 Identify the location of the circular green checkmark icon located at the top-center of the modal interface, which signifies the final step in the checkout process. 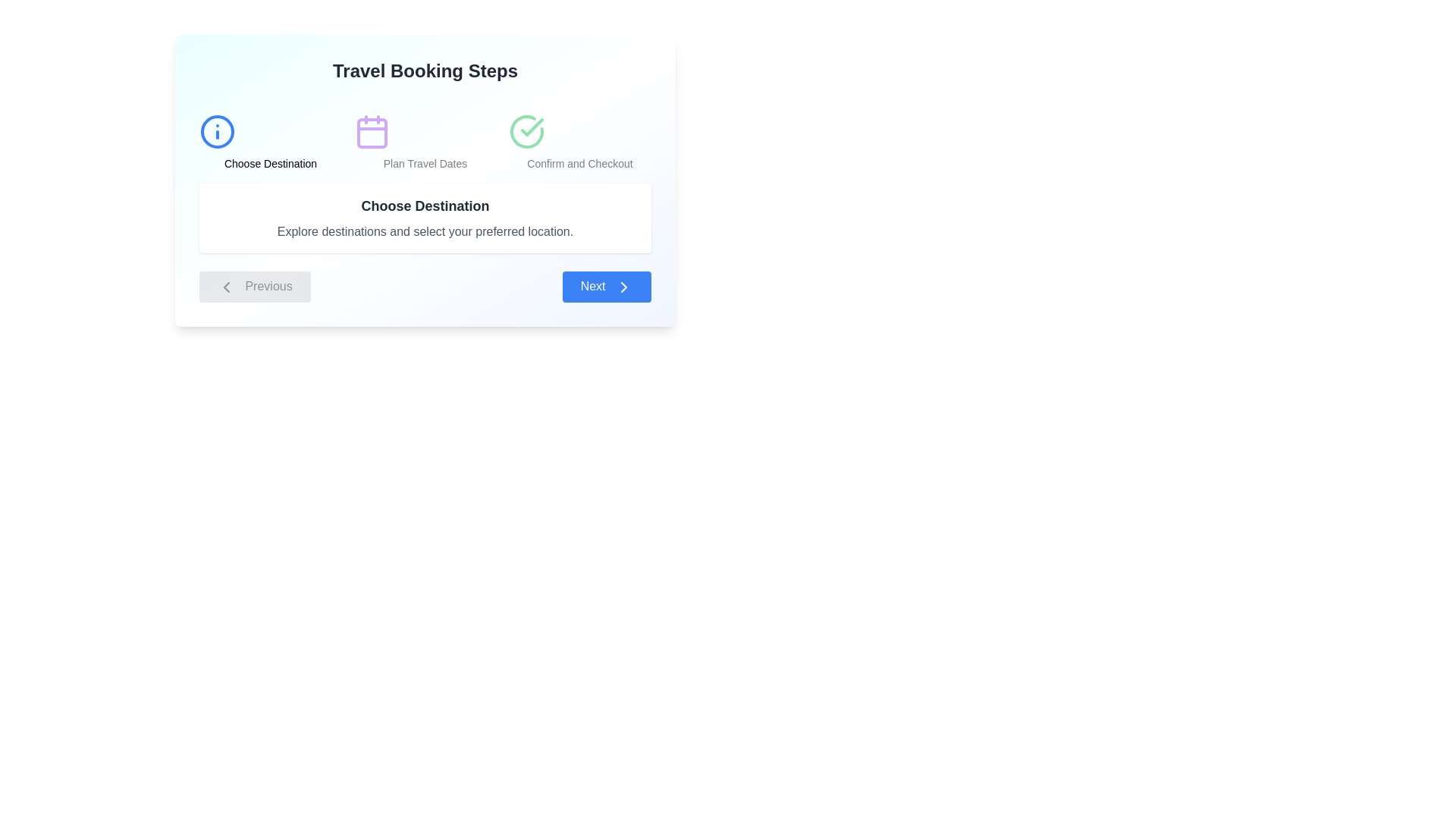
(527, 130).